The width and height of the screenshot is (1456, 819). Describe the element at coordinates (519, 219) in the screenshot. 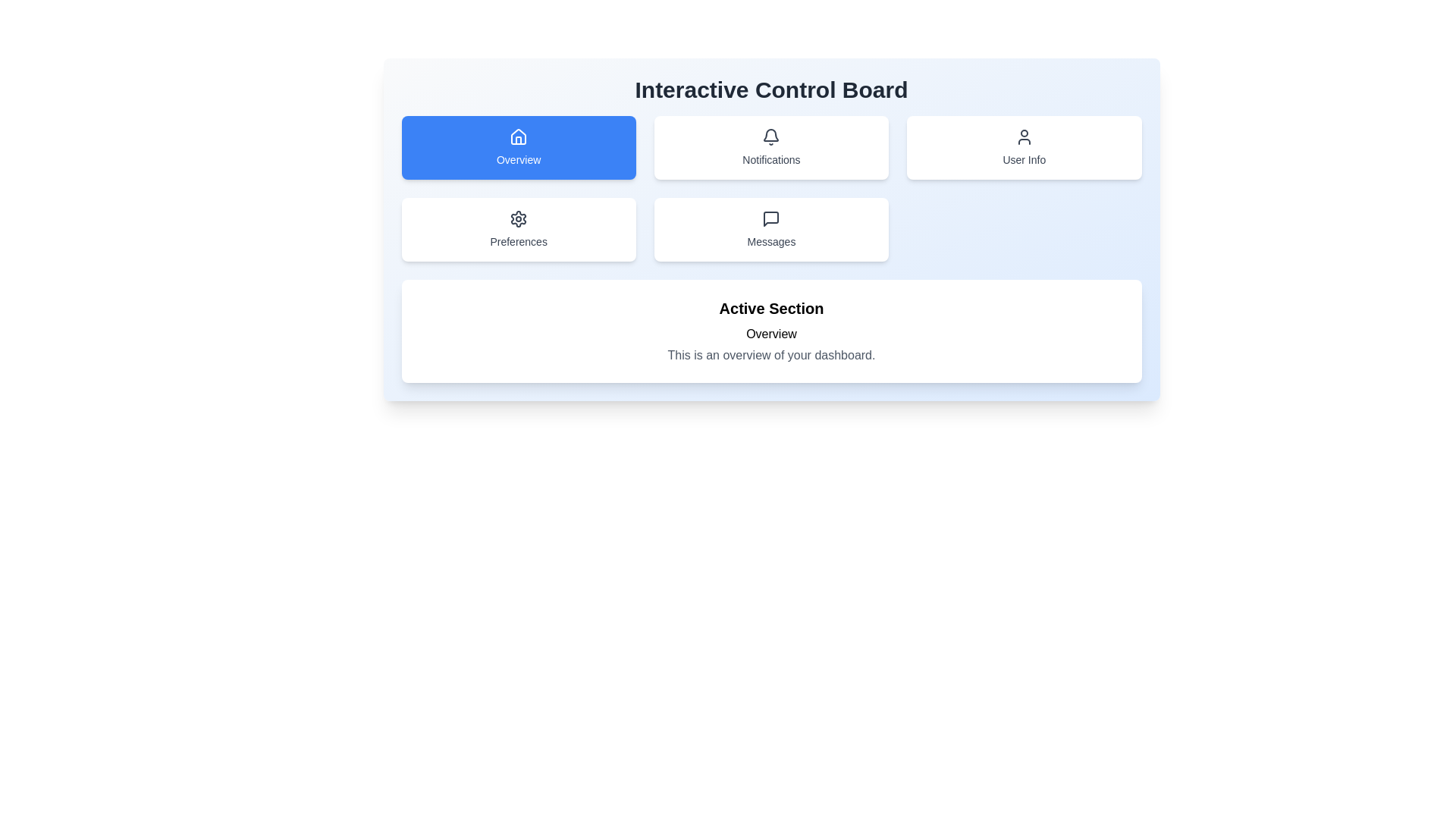

I see `the gear icon located` at that location.